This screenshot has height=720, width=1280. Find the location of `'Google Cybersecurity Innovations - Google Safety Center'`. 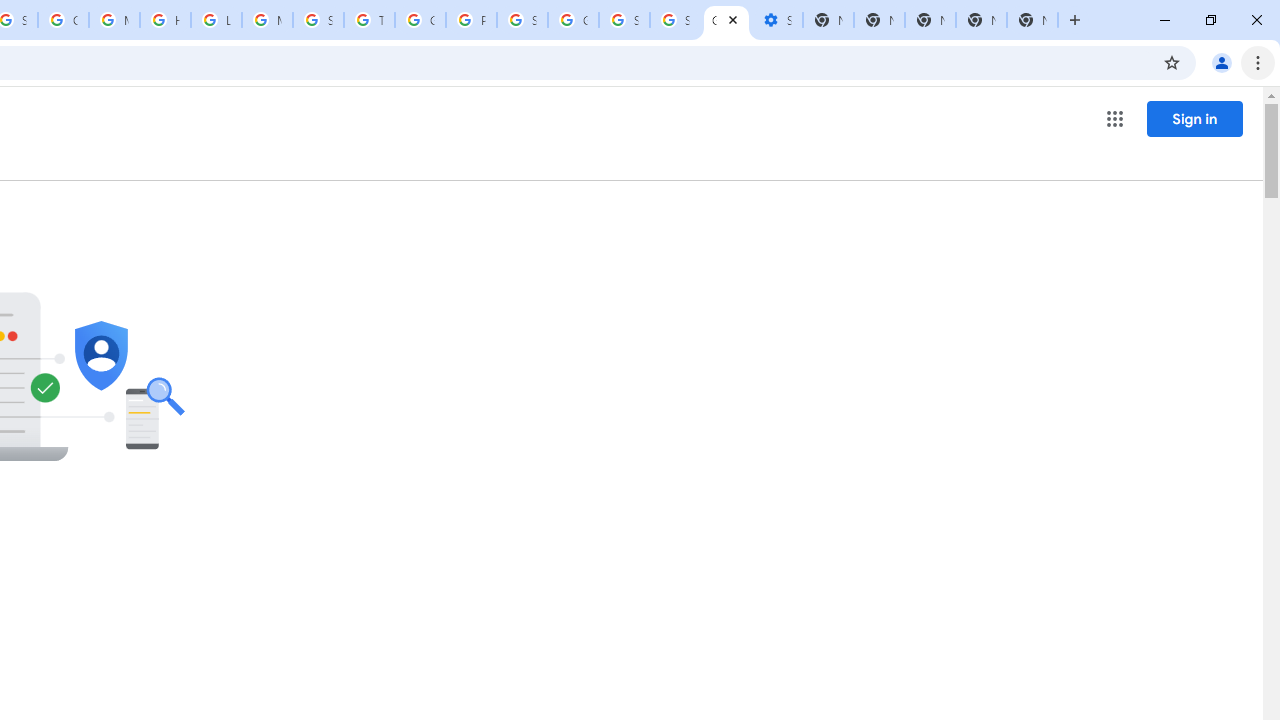

'Google Cybersecurity Innovations - Google Safety Center' is located at coordinates (572, 20).